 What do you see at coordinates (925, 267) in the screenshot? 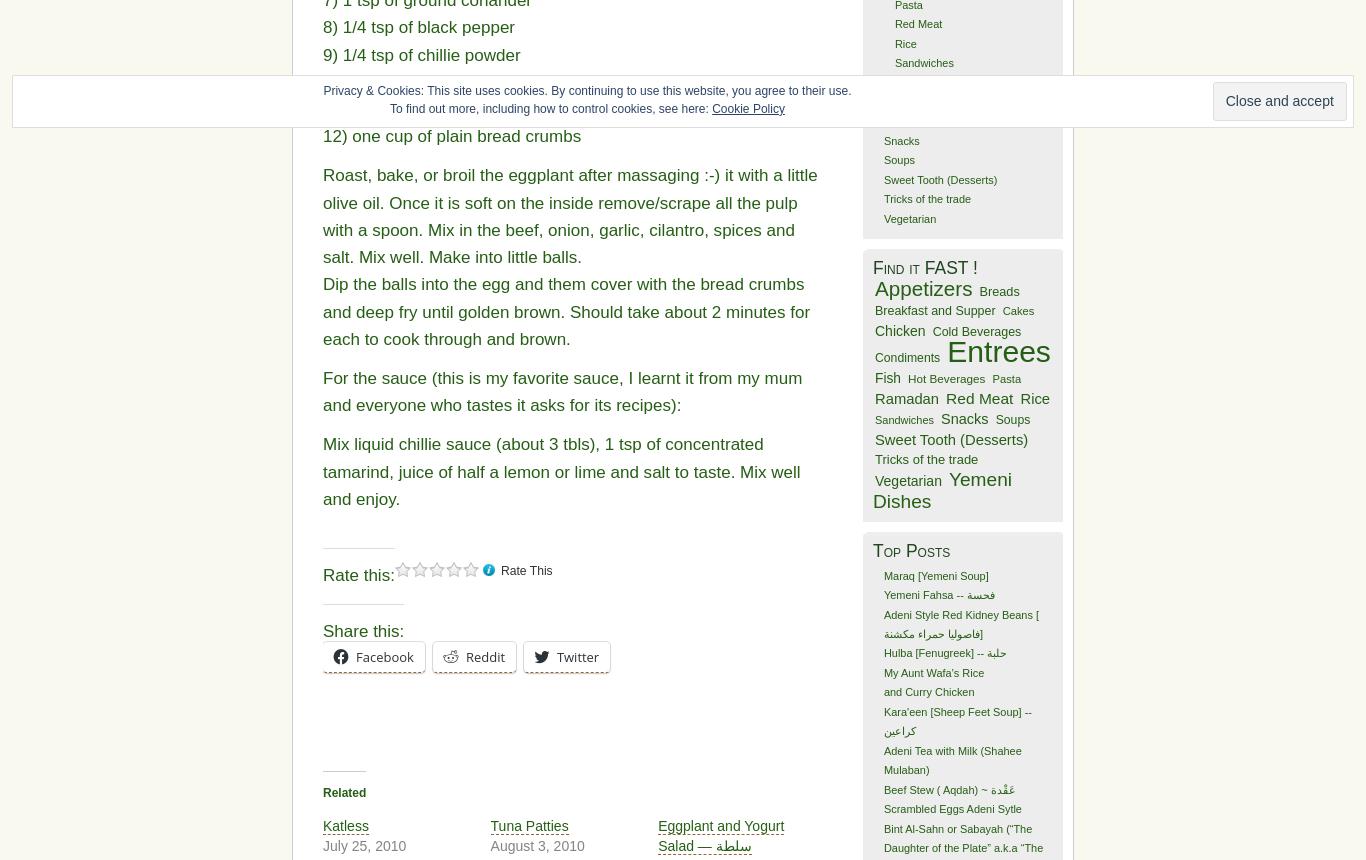
I see `'Find it FAST !'` at bounding box center [925, 267].